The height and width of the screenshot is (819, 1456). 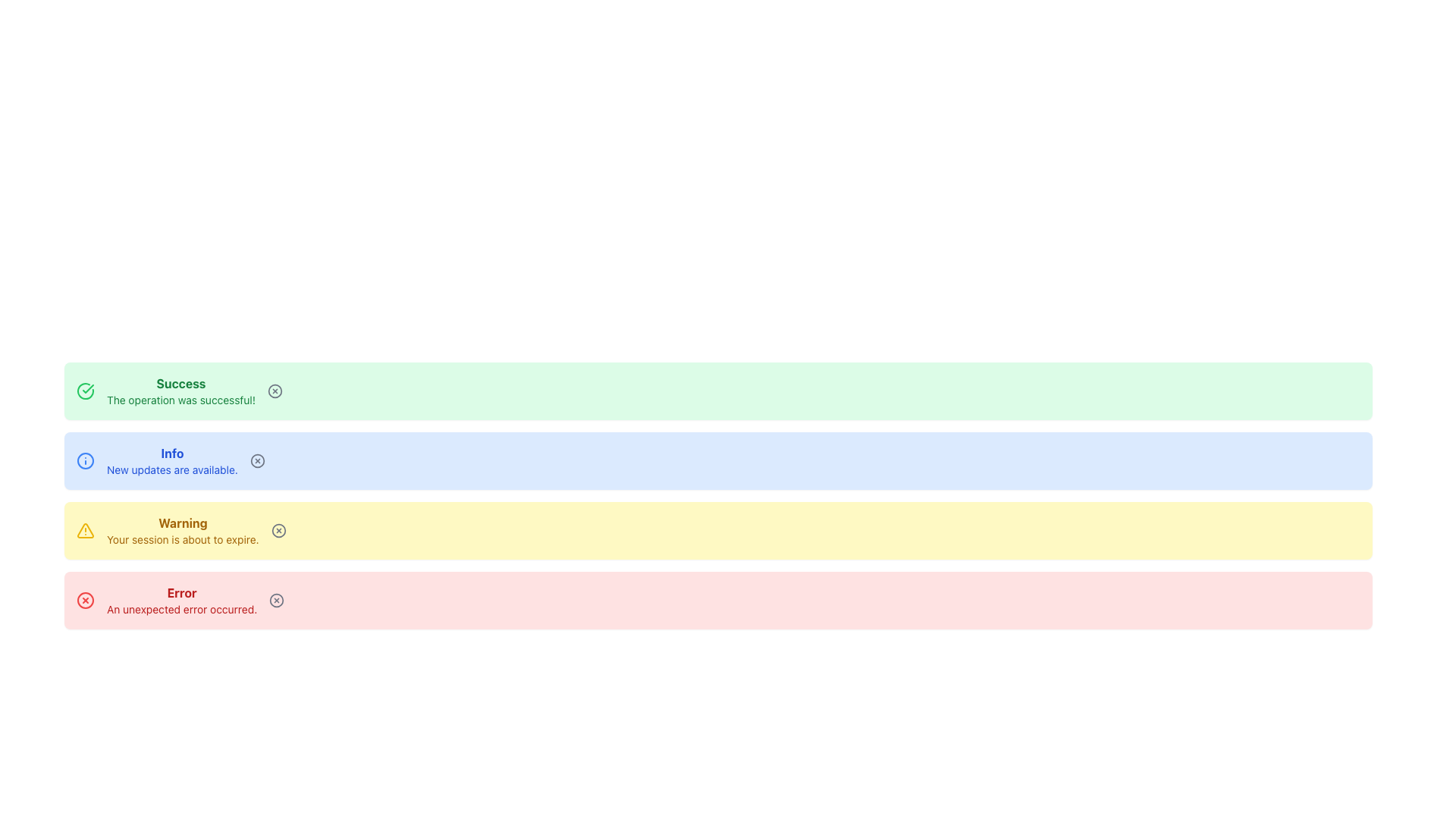 What do you see at coordinates (85, 529) in the screenshot?
I see `the triangular warning icon with a bold yellow border and central exclamation mark, located at the start of the 'Warning' notification bar` at bounding box center [85, 529].